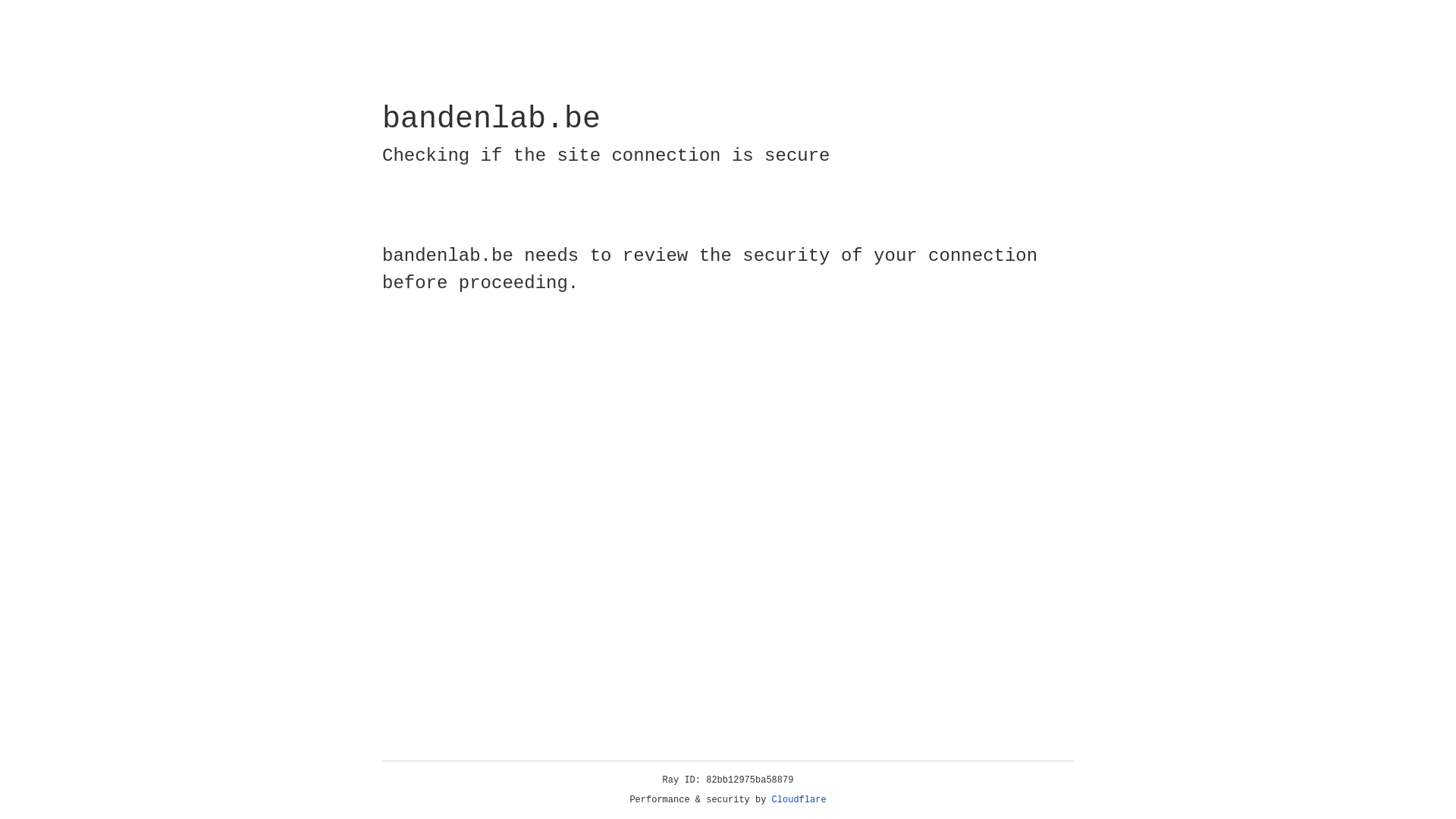 Image resolution: width=1456 pixels, height=819 pixels. What do you see at coordinates (799, 799) in the screenshot?
I see `'Cloudflare'` at bounding box center [799, 799].